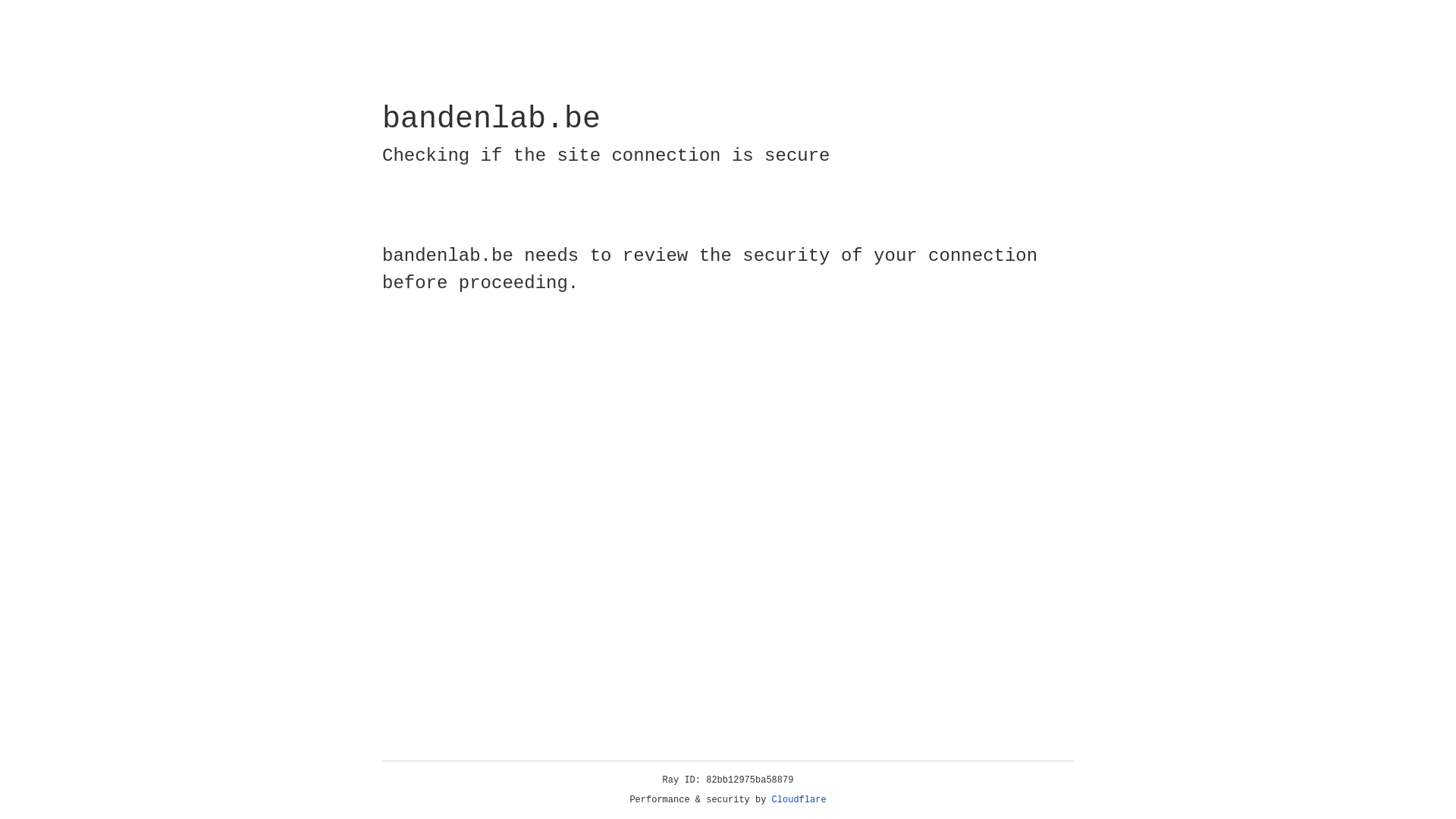 Image resolution: width=1456 pixels, height=819 pixels. What do you see at coordinates (799, 799) in the screenshot?
I see `'Cloudflare'` at bounding box center [799, 799].